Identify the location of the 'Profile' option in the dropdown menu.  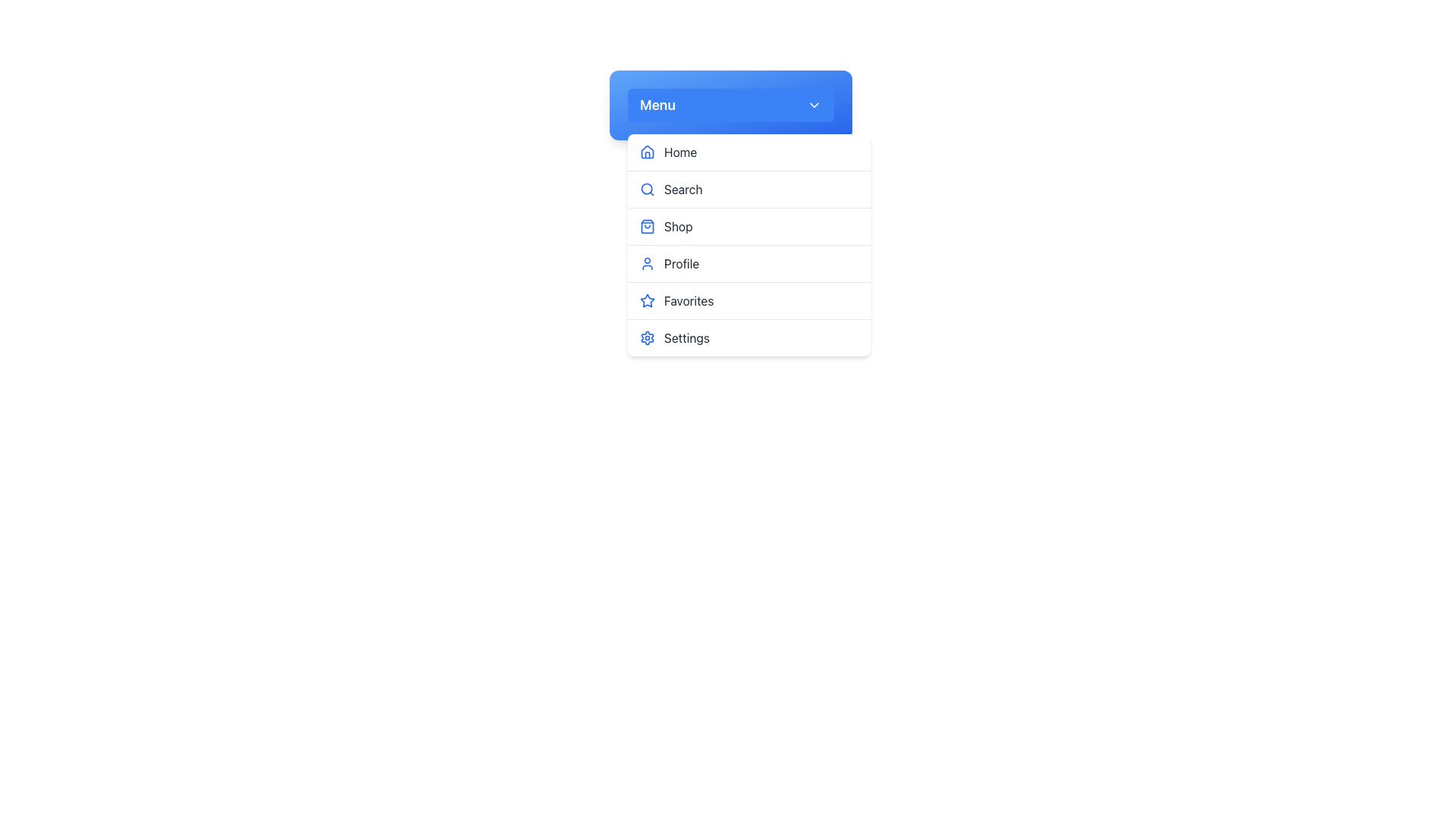
(749, 244).